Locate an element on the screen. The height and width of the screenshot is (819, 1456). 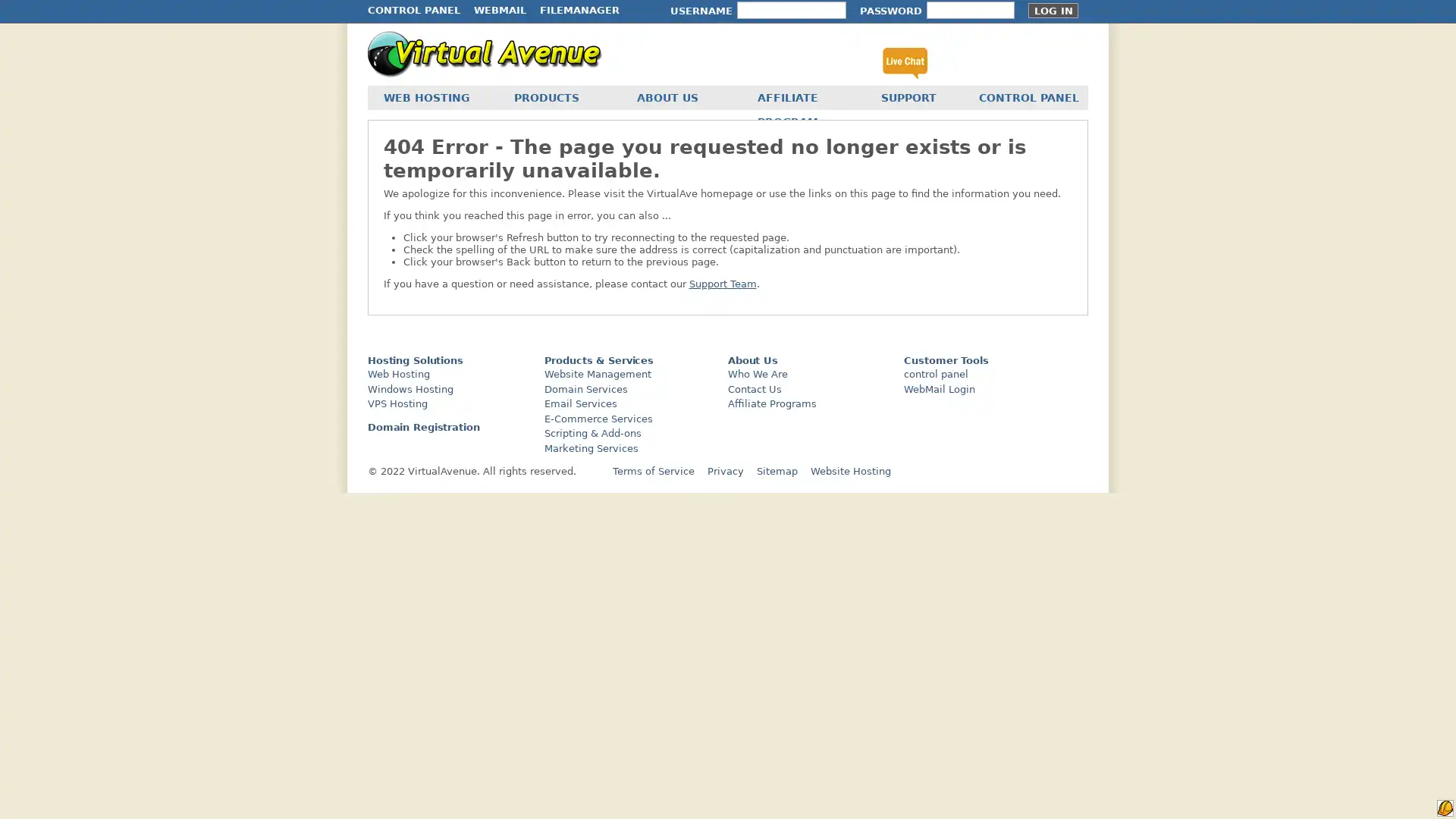
Log In is located at coordinates (1052, 11).